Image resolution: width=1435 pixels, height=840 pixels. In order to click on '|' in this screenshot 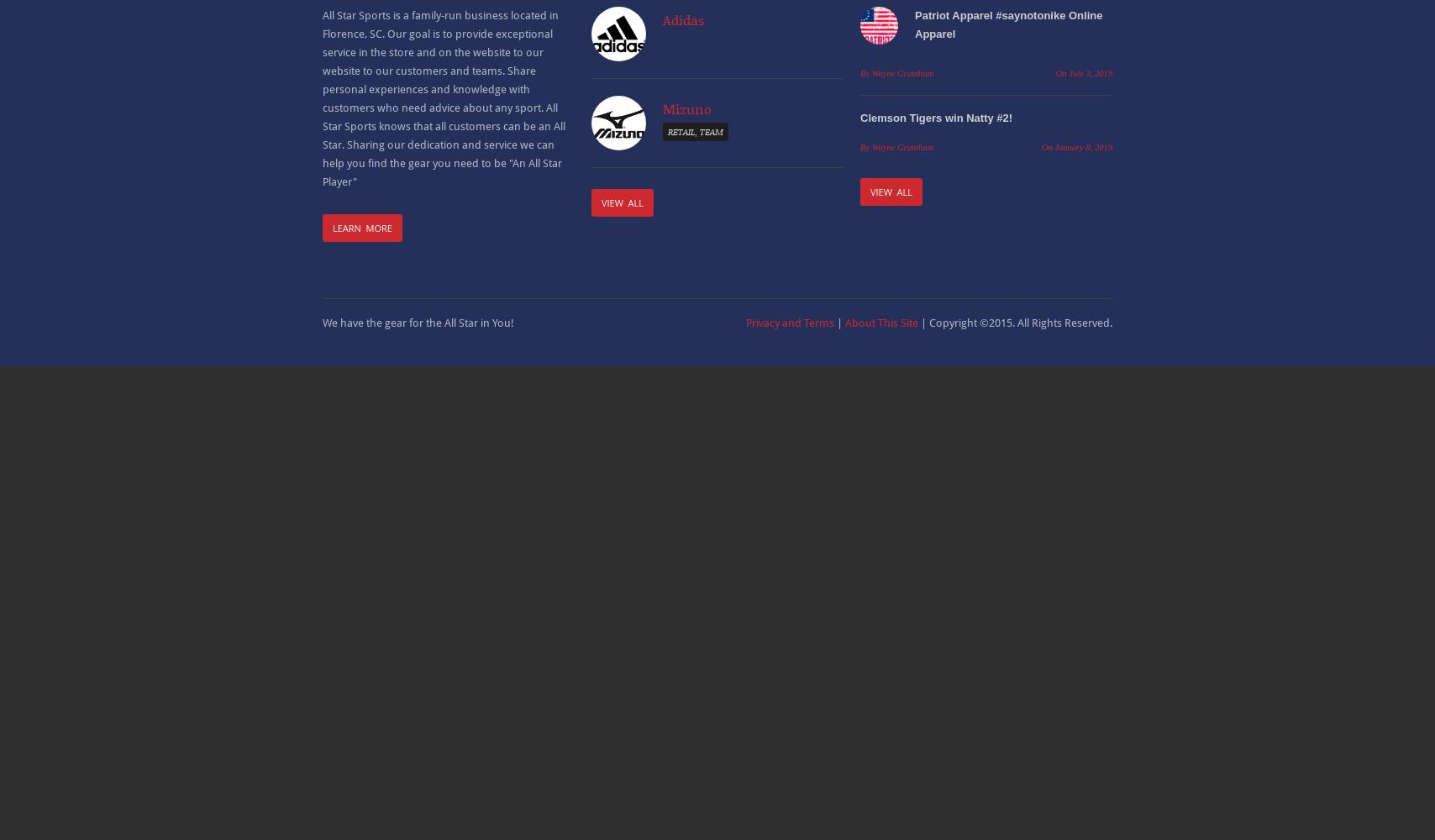, I will do `click(839, 323)`.